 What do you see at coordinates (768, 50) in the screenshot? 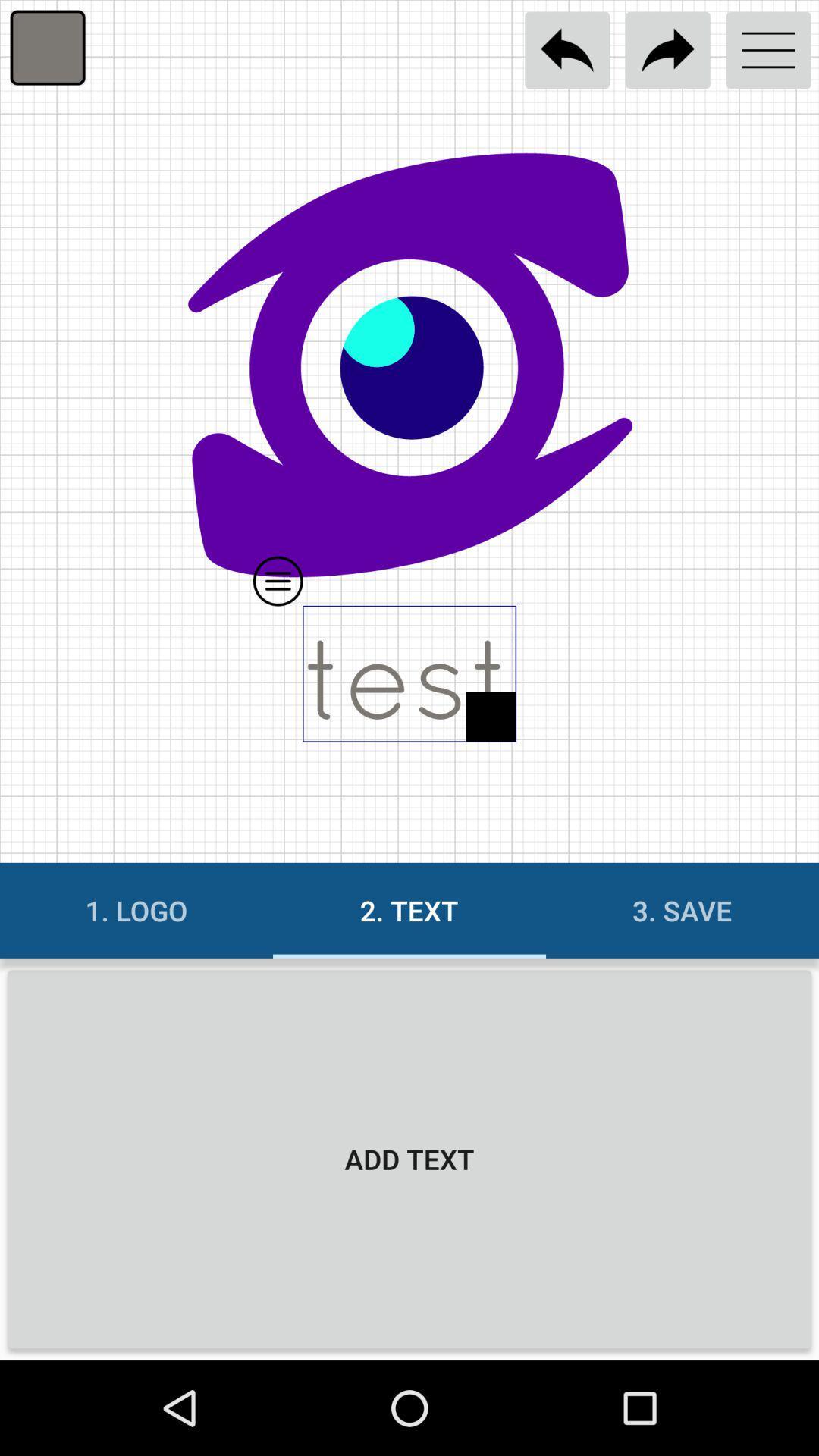
I see `more options` at bounding box center [768, 50].